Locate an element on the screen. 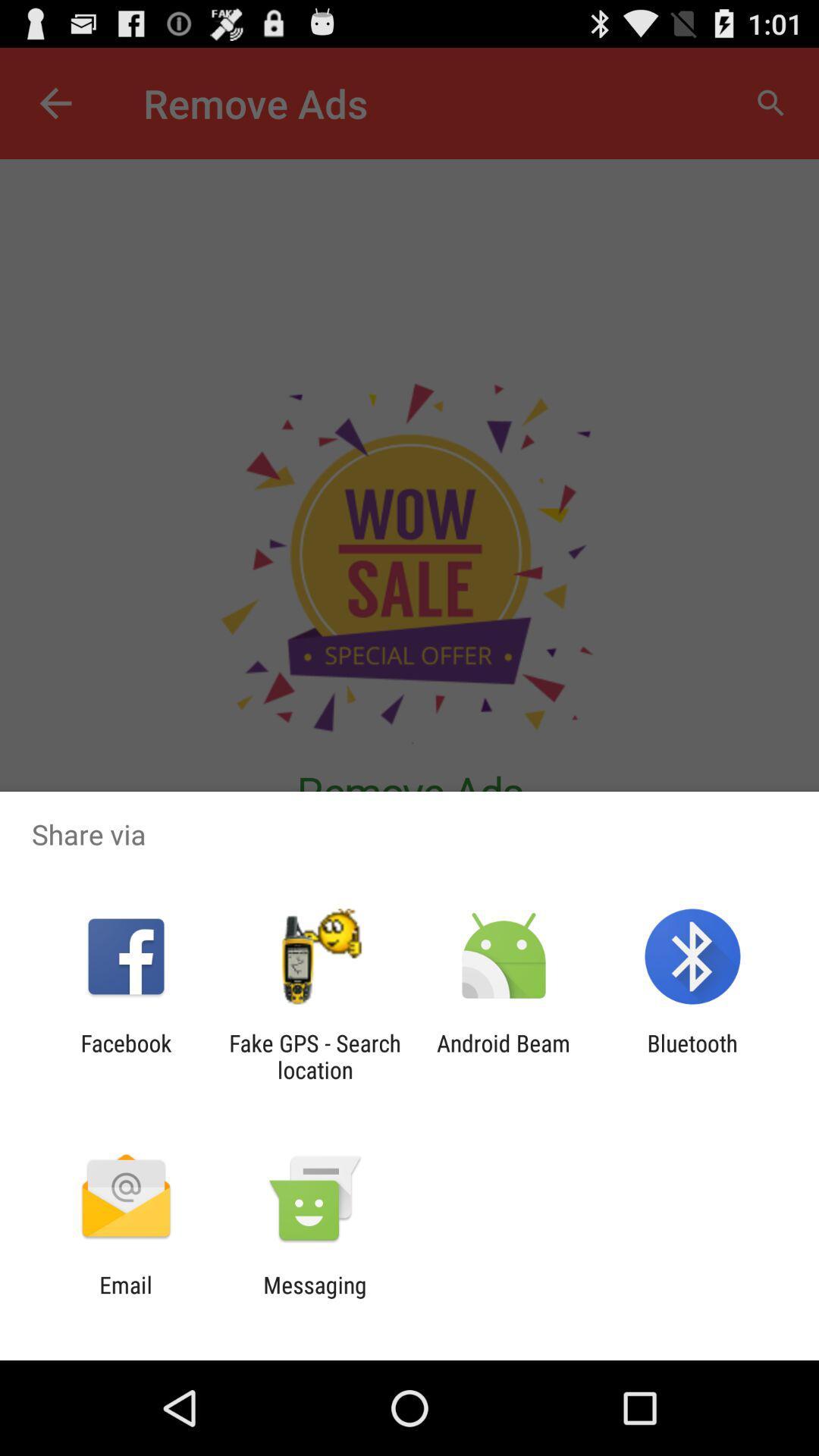 The width and height of the screenshot is (819, 1456). the app next to fake gps search app is located at coordinates (504, 1056).